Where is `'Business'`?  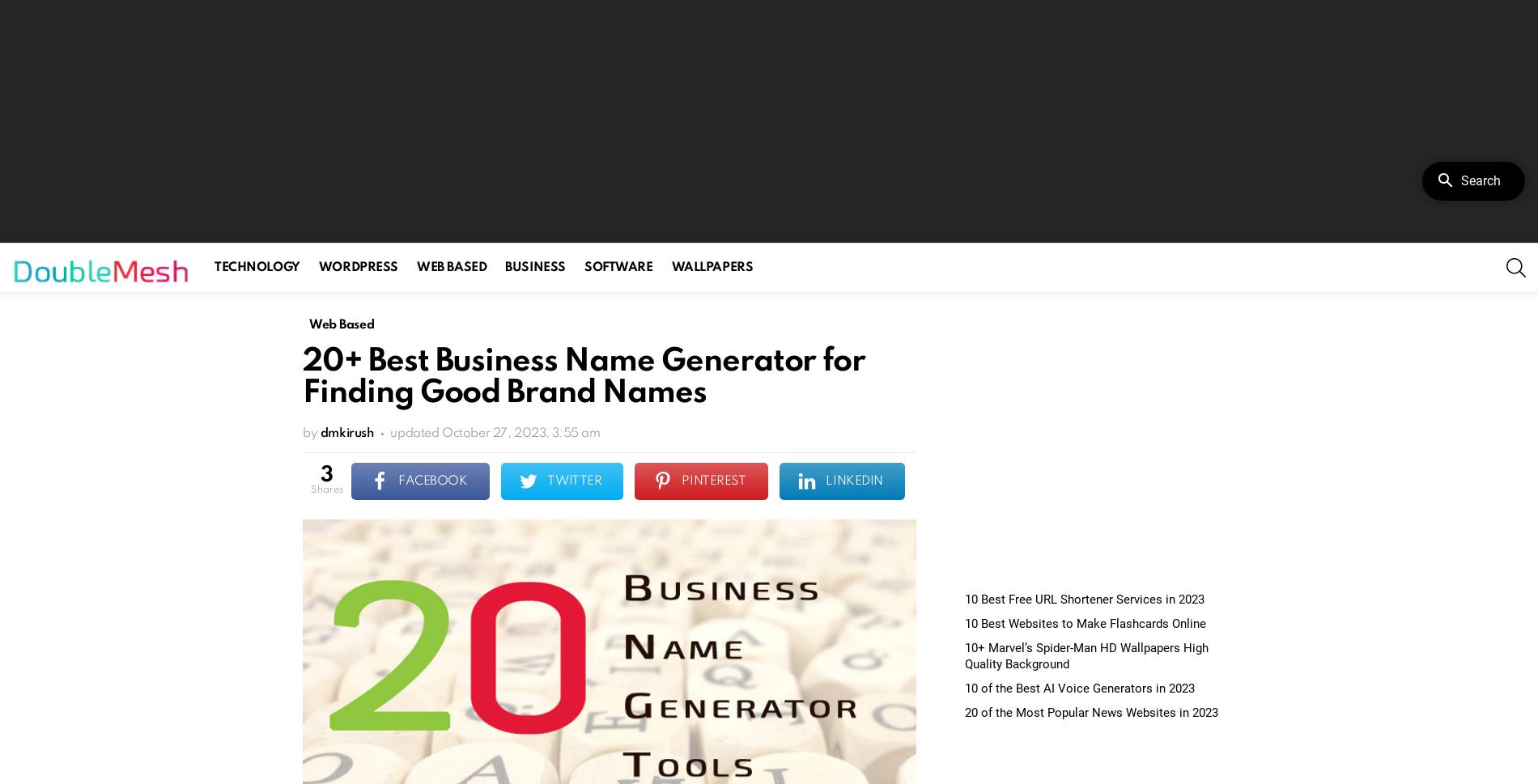
'Business' is located at coordinates (535, 266).